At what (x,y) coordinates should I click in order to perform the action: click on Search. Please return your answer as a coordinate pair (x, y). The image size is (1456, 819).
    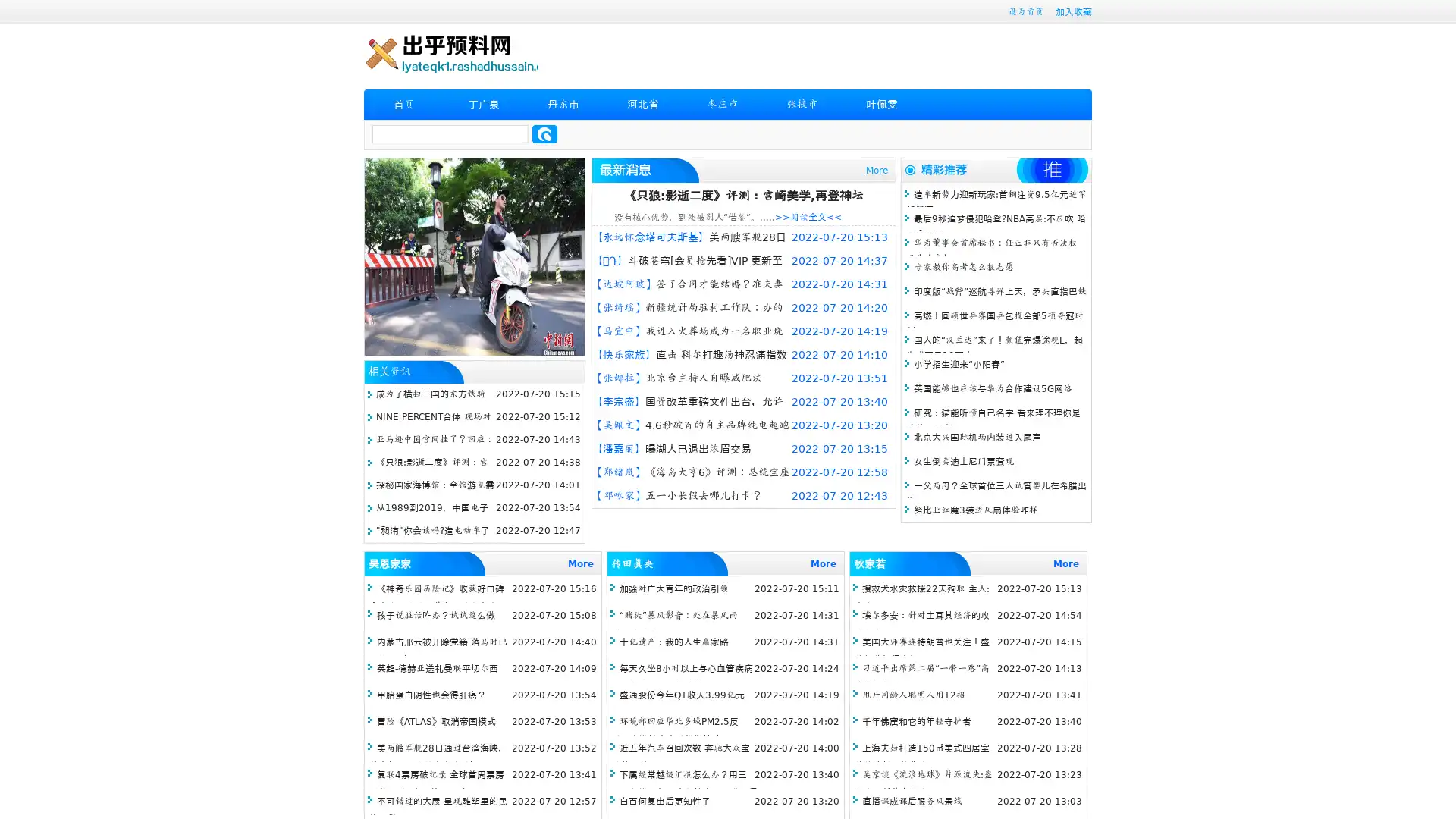
    Looking at the image, I should click on (544, 133).